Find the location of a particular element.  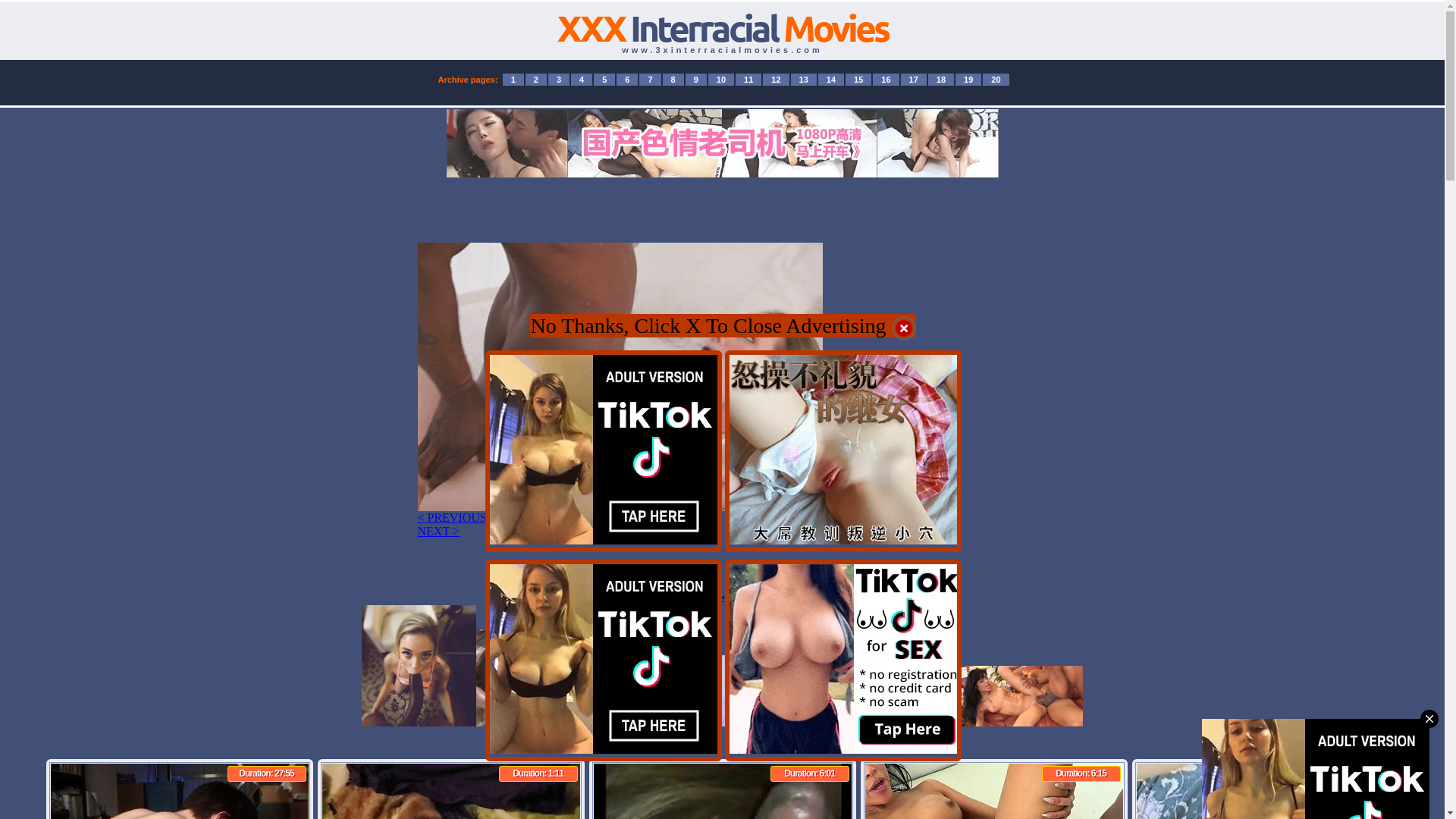

'19' is located at coordinates (954, 79).